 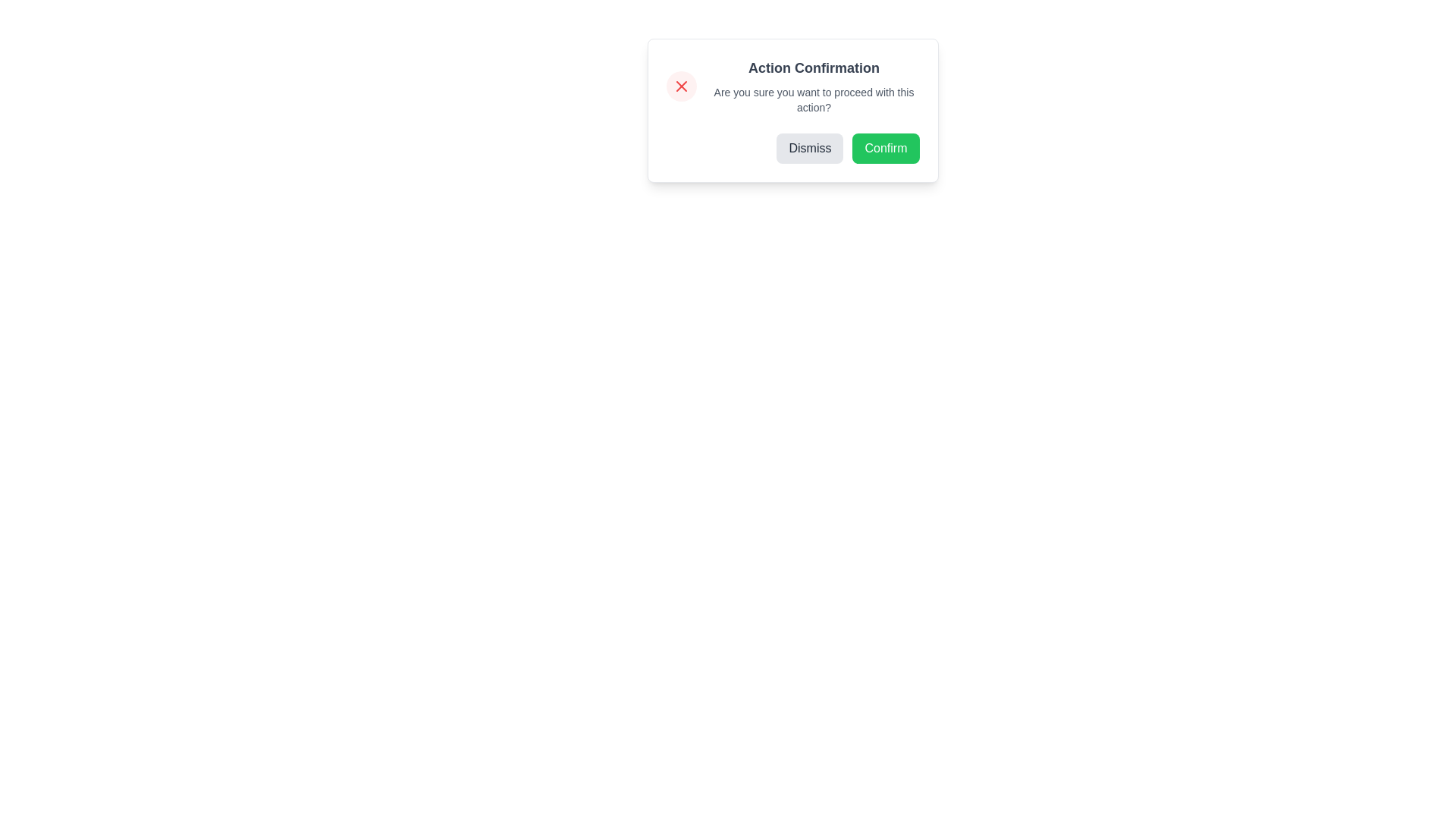 What do you see at coordinates (680, 86) in the screenshot?
I see `the red cross-shaped icon located at the top-left corner of the 'Action Confirmation' dialog box, which signifies a critical action or warning` at bounding box center [680, 86].